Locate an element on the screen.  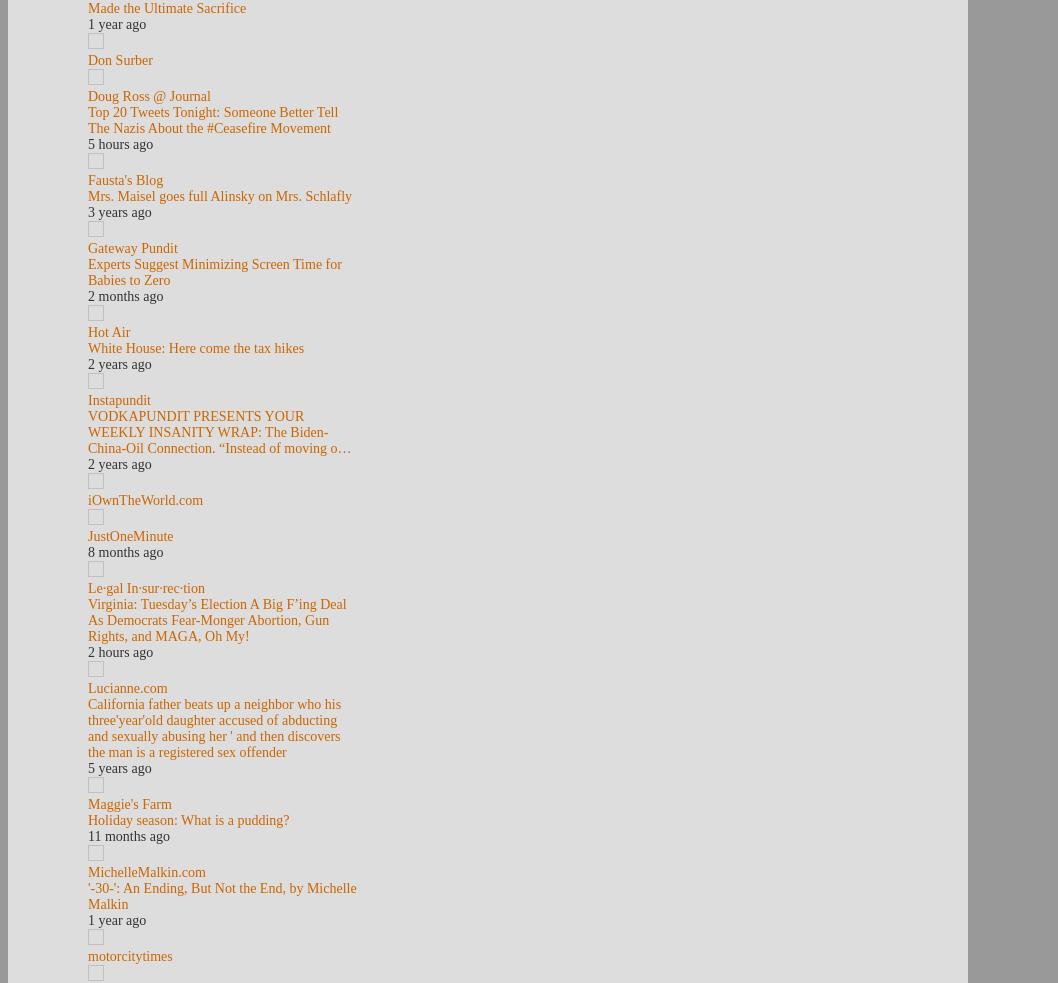
'Instapundit' is located at coordinates (118, 399).